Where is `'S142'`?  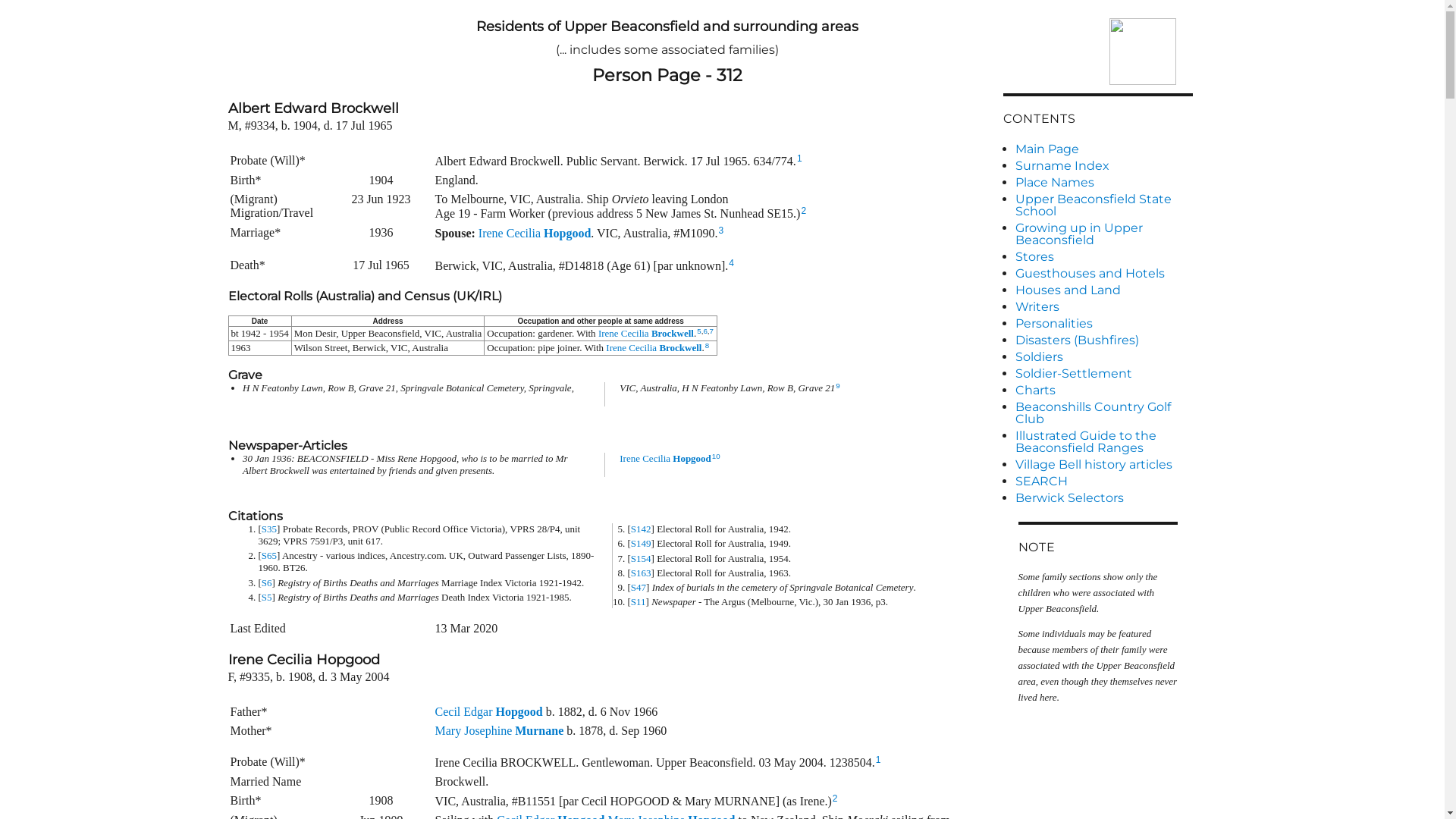
'S142' is located at coordinates (641, 528).